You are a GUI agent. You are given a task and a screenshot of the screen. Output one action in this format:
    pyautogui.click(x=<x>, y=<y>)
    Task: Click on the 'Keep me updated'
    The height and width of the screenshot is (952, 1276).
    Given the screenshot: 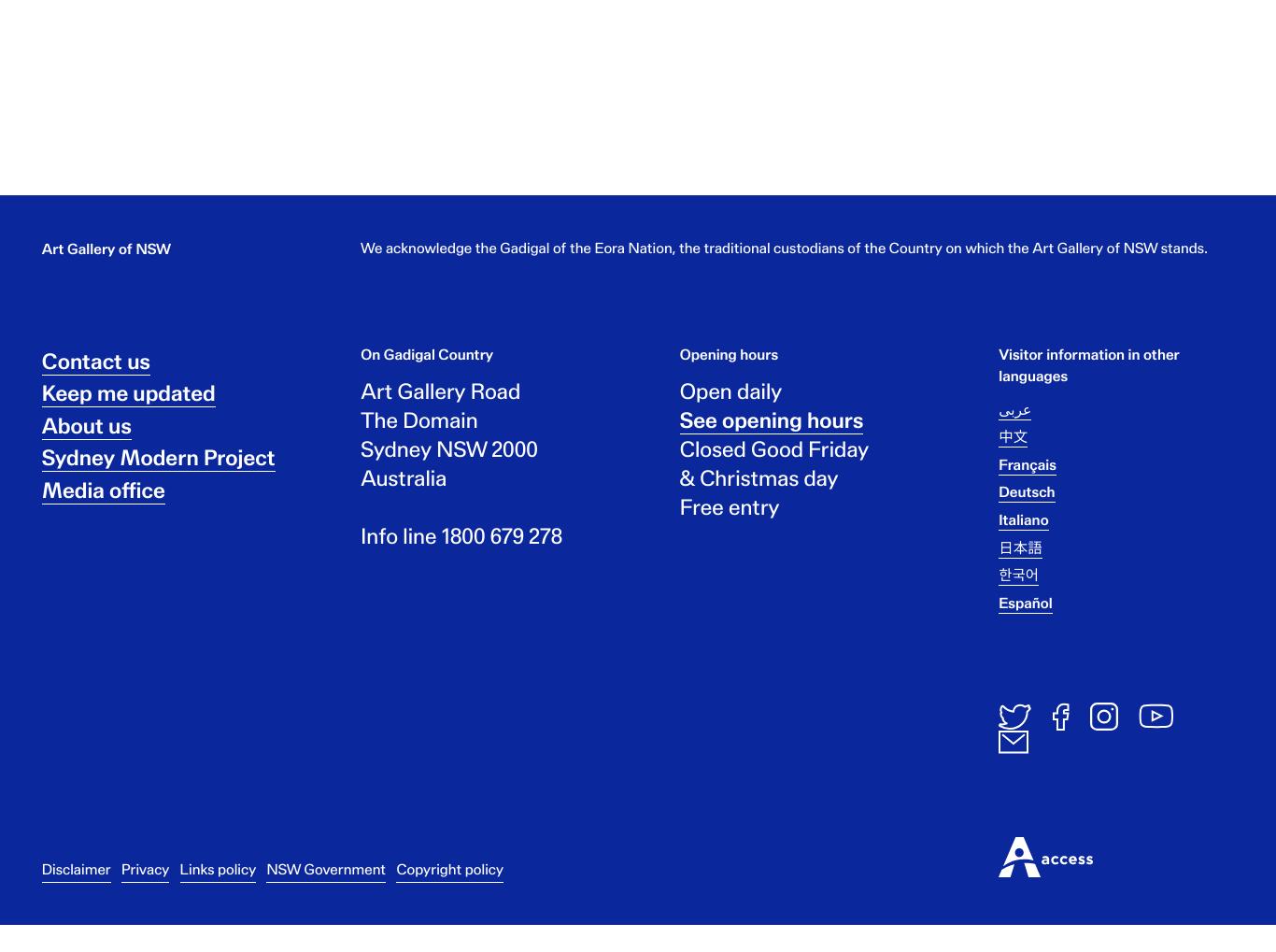 What is the action you would take?
    pyautogui.click(x=127, y=408)
    